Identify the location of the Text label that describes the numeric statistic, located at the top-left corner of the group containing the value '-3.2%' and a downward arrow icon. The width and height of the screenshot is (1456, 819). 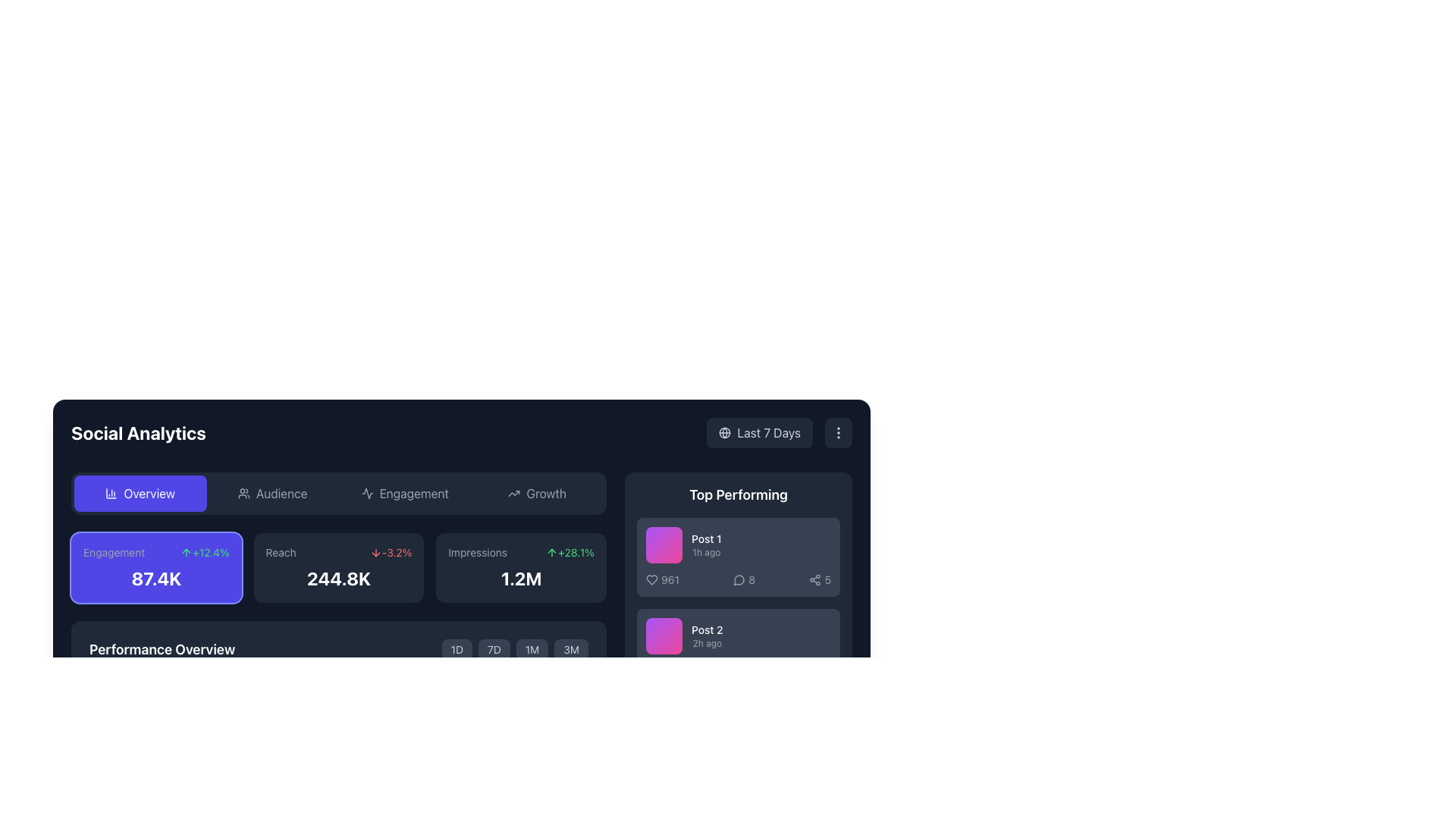
(281, 553).